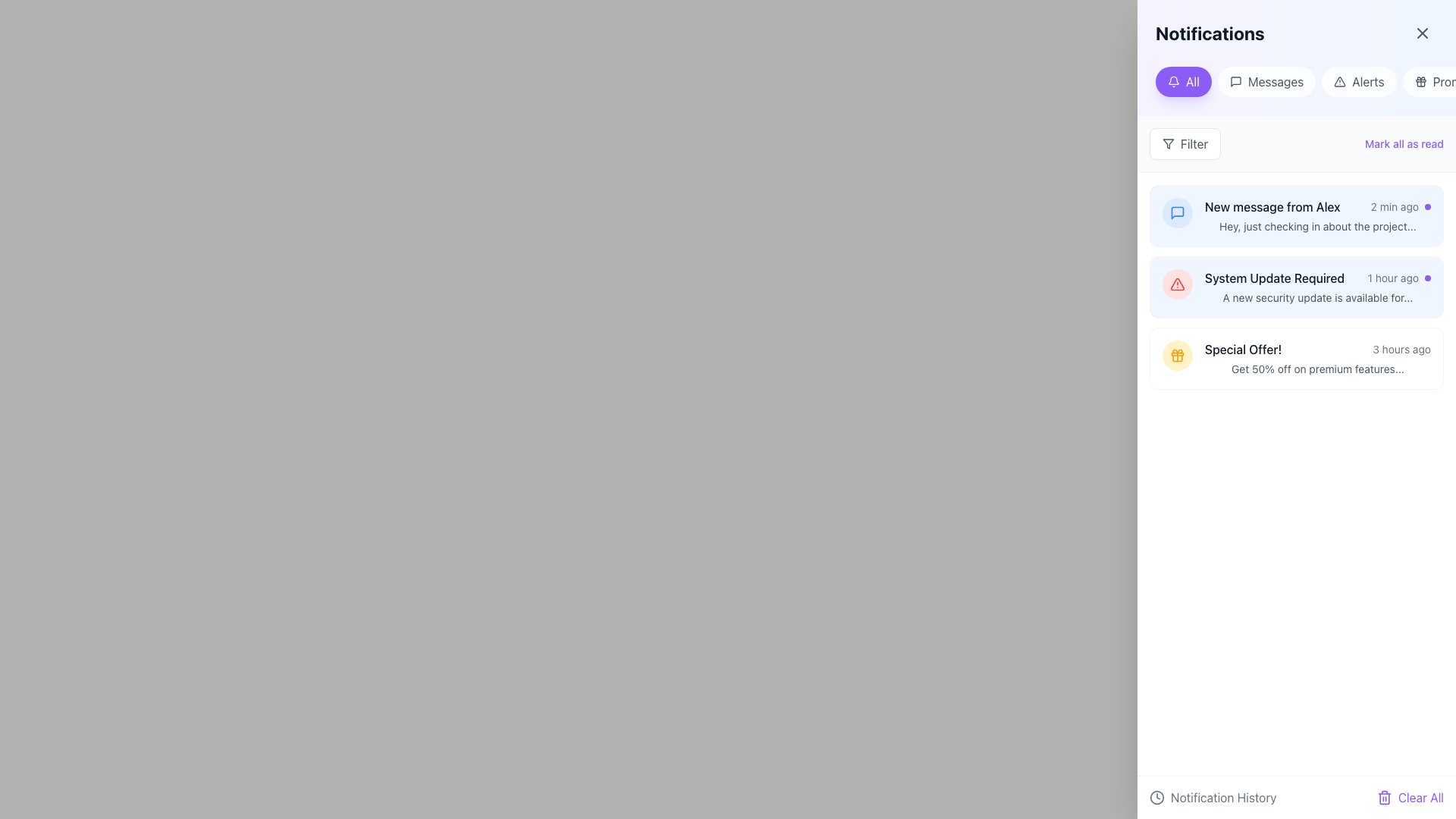 The width and height of the screenshot is (1456, 819). I want to click on text label 'All' located inside a prominent purple button near the top-right corner of the interface, next to the bell icon, to understand the selected filter, so click(1192, 82).